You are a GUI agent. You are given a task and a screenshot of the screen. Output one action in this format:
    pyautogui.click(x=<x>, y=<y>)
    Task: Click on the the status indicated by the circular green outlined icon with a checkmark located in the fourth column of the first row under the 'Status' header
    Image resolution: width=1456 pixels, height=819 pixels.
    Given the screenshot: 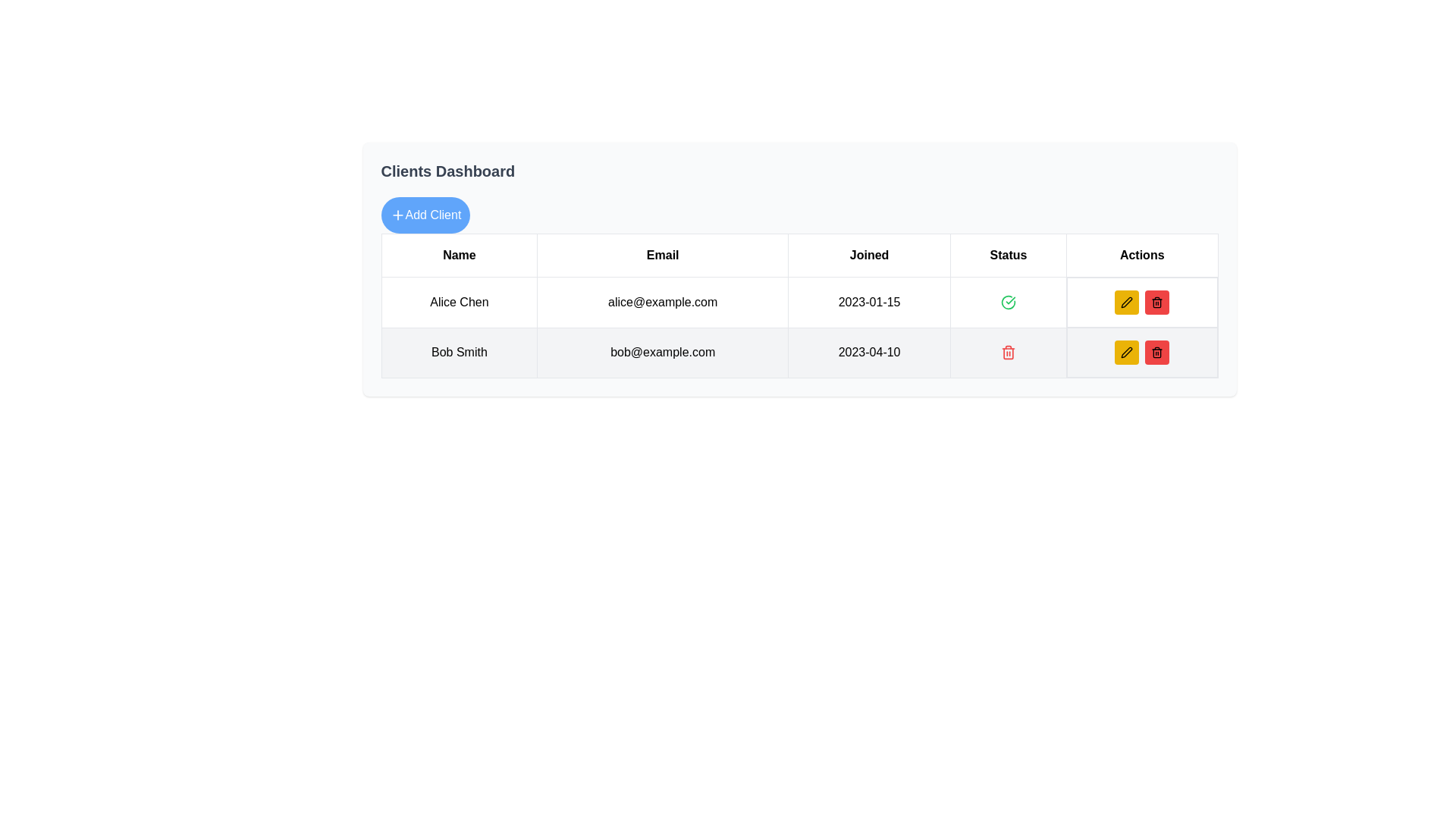 What is the action you would take?
    pyautogui.click(x=1008, y=302)
    